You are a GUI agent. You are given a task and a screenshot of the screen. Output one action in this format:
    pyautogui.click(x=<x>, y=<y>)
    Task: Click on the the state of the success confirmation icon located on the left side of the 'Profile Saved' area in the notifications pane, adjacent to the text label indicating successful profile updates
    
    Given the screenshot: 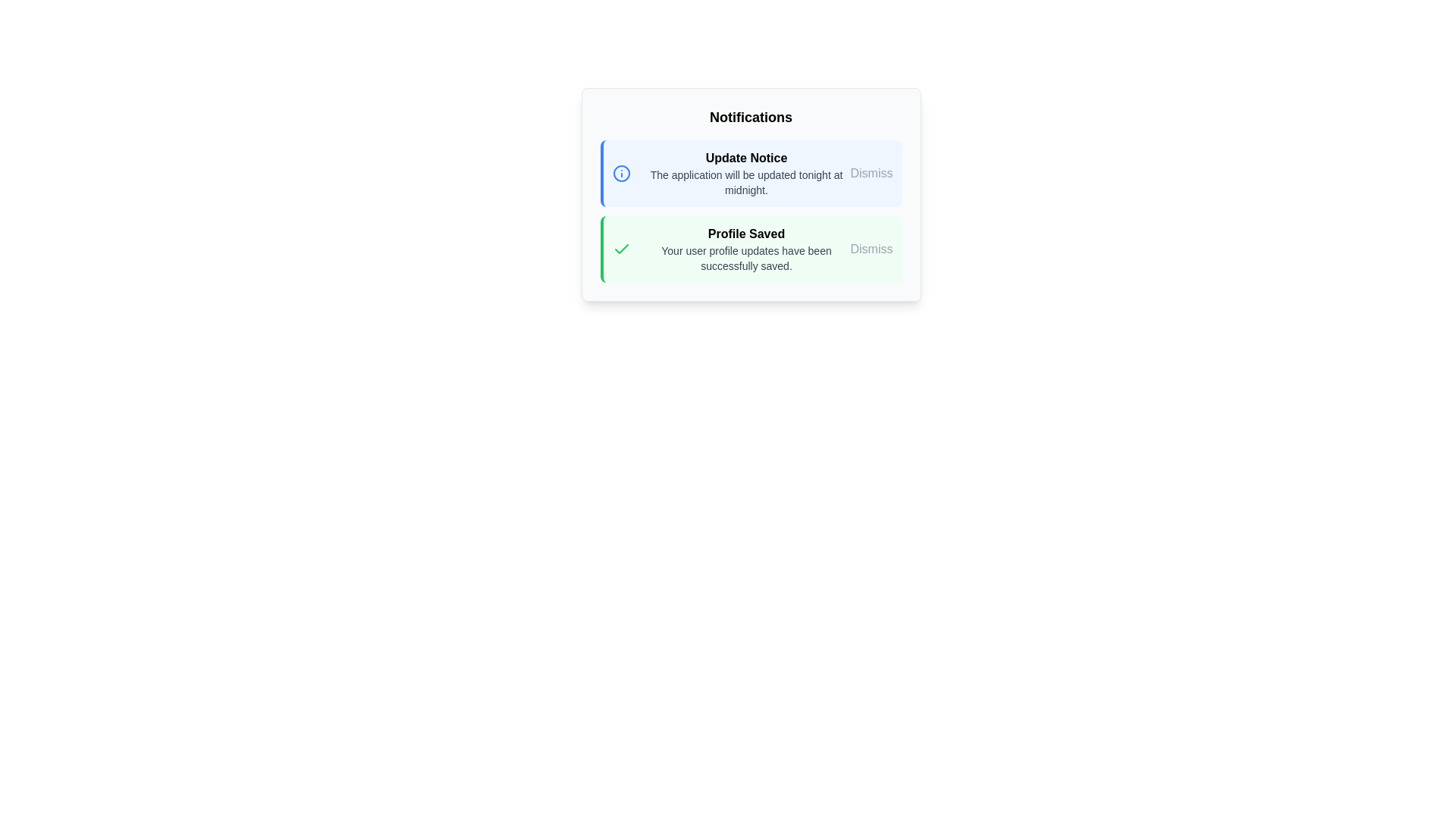 What is the action you would take?
    pyautogui.click(x=621, y=248)
    